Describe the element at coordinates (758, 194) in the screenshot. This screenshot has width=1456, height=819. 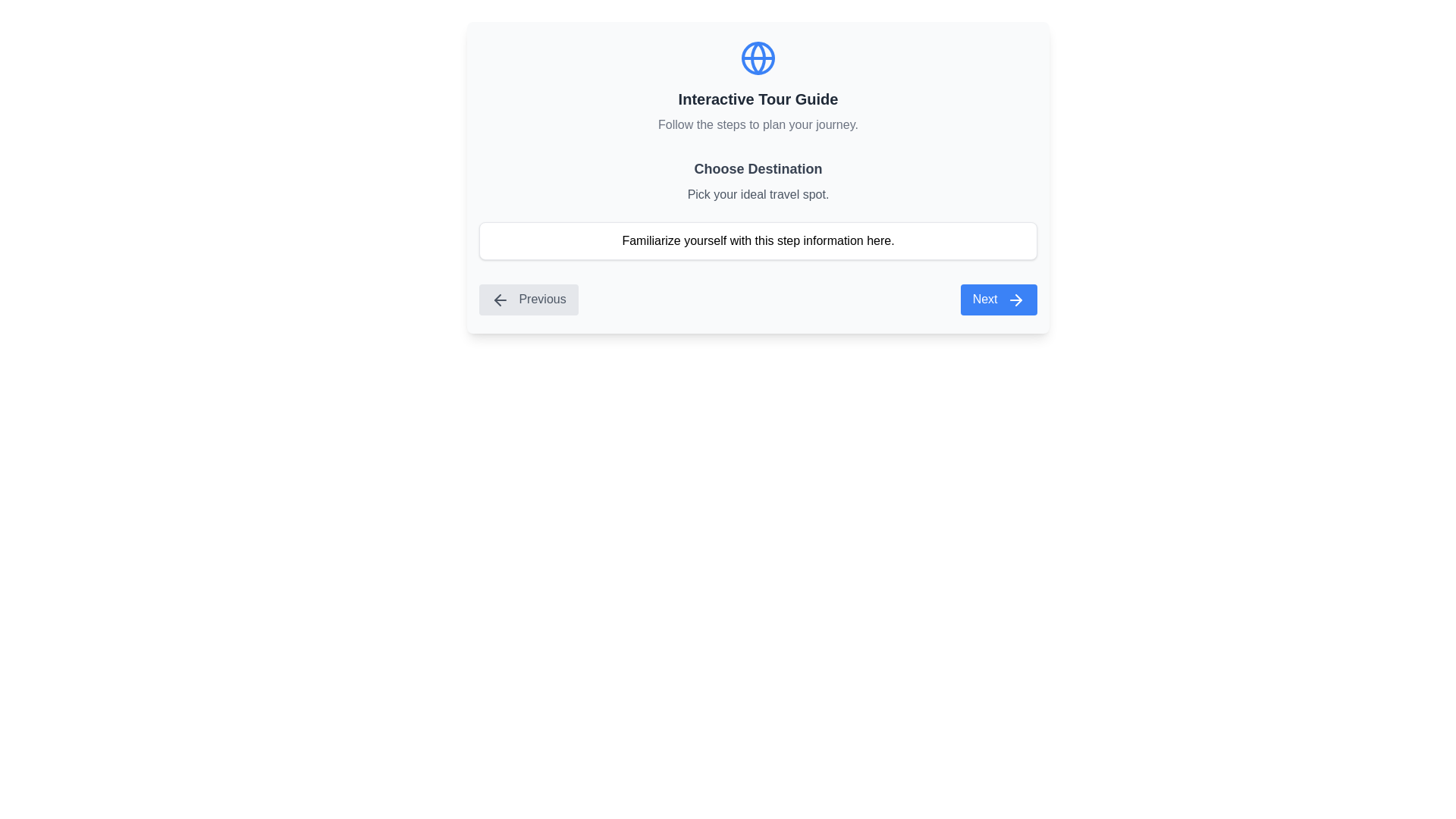
I see `the Text Label that provides guidance or context for the selected step or section, which is centrally aligned below the heading 'Choose Destination'` at that location.